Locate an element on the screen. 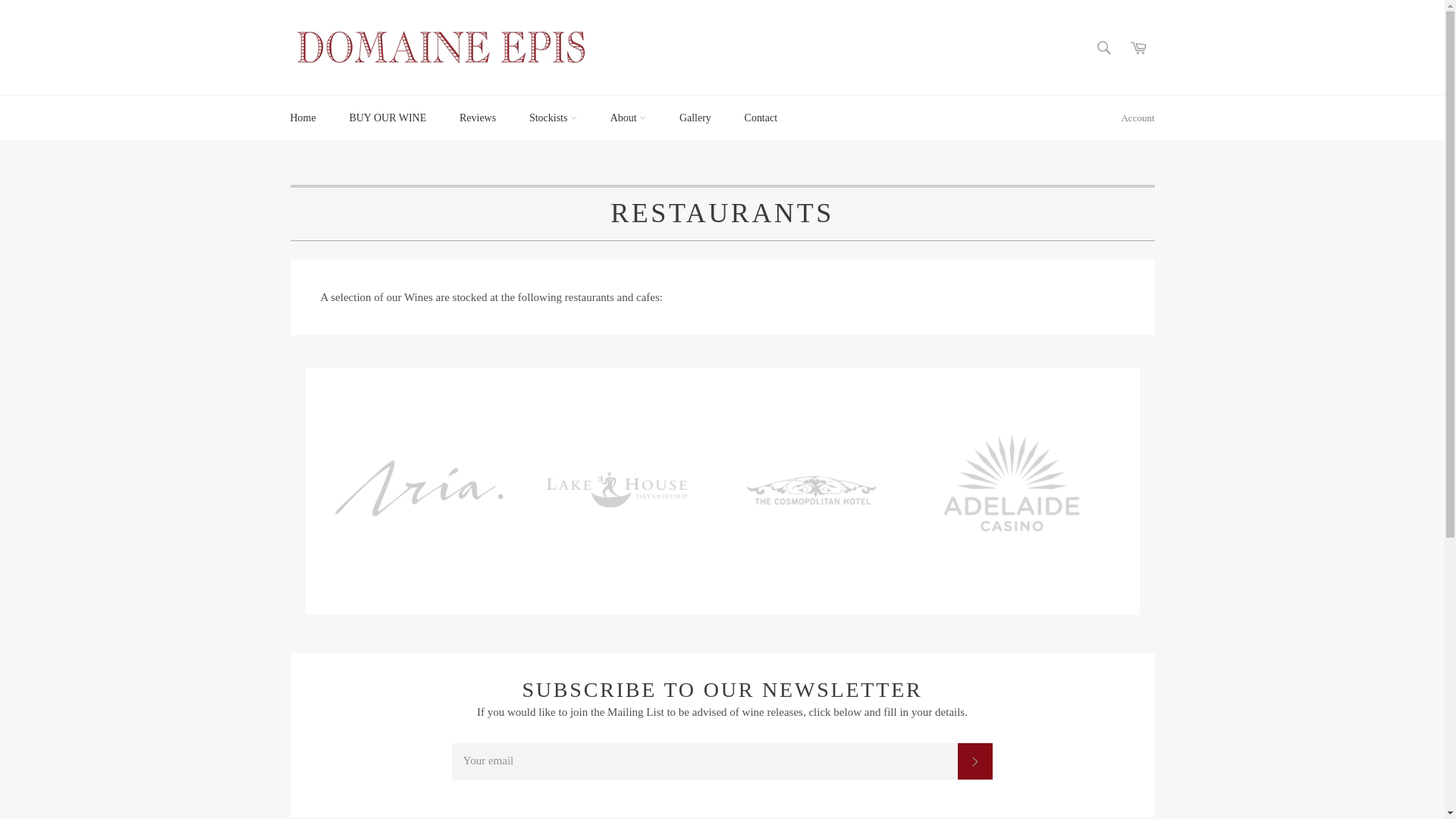 The width and height of the screenshot is (1456, 819). 'Reviews' is located at coordinates (476, 117).